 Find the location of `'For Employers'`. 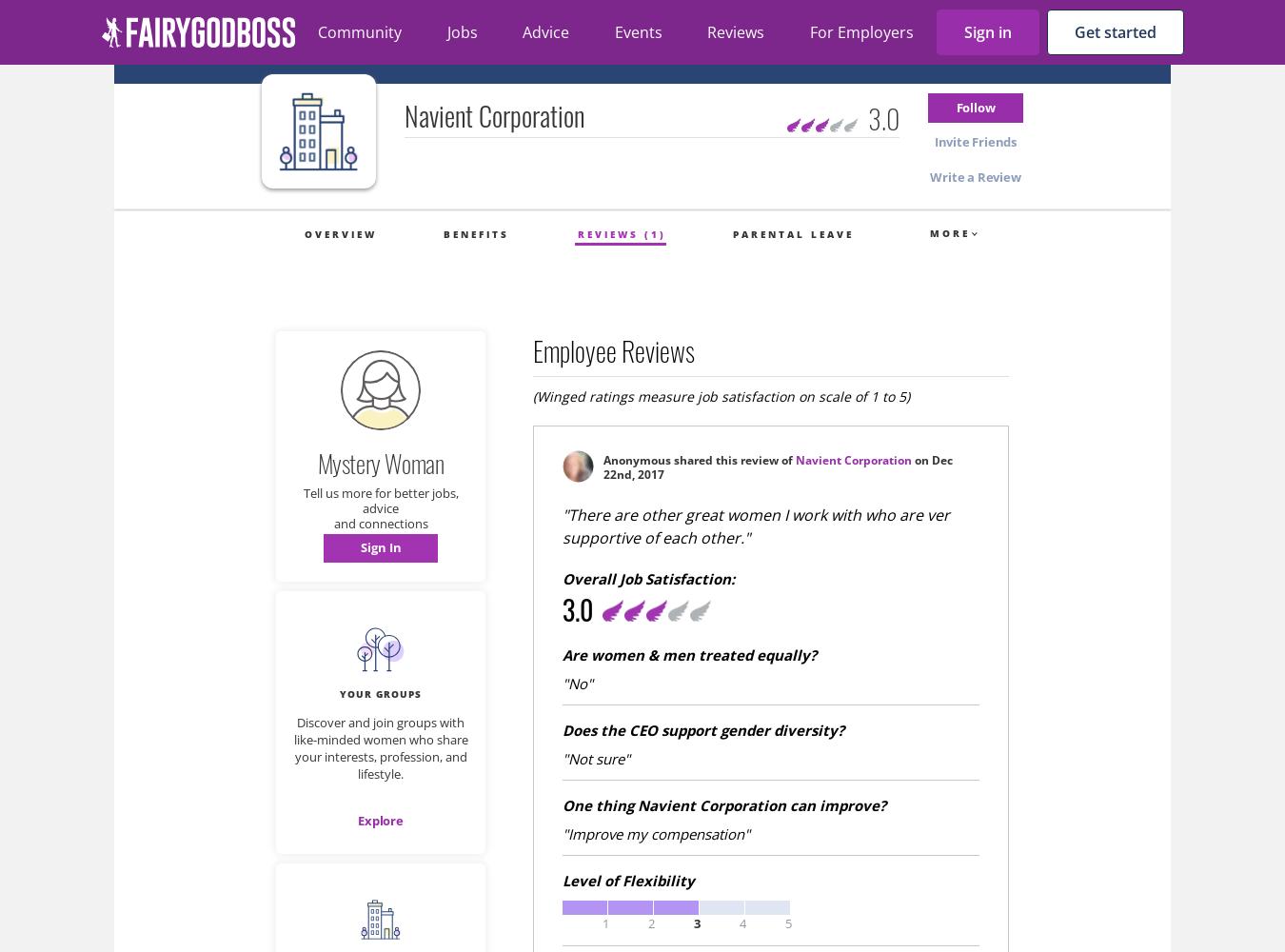

'For Employers' is located at coordinates (860, 32).